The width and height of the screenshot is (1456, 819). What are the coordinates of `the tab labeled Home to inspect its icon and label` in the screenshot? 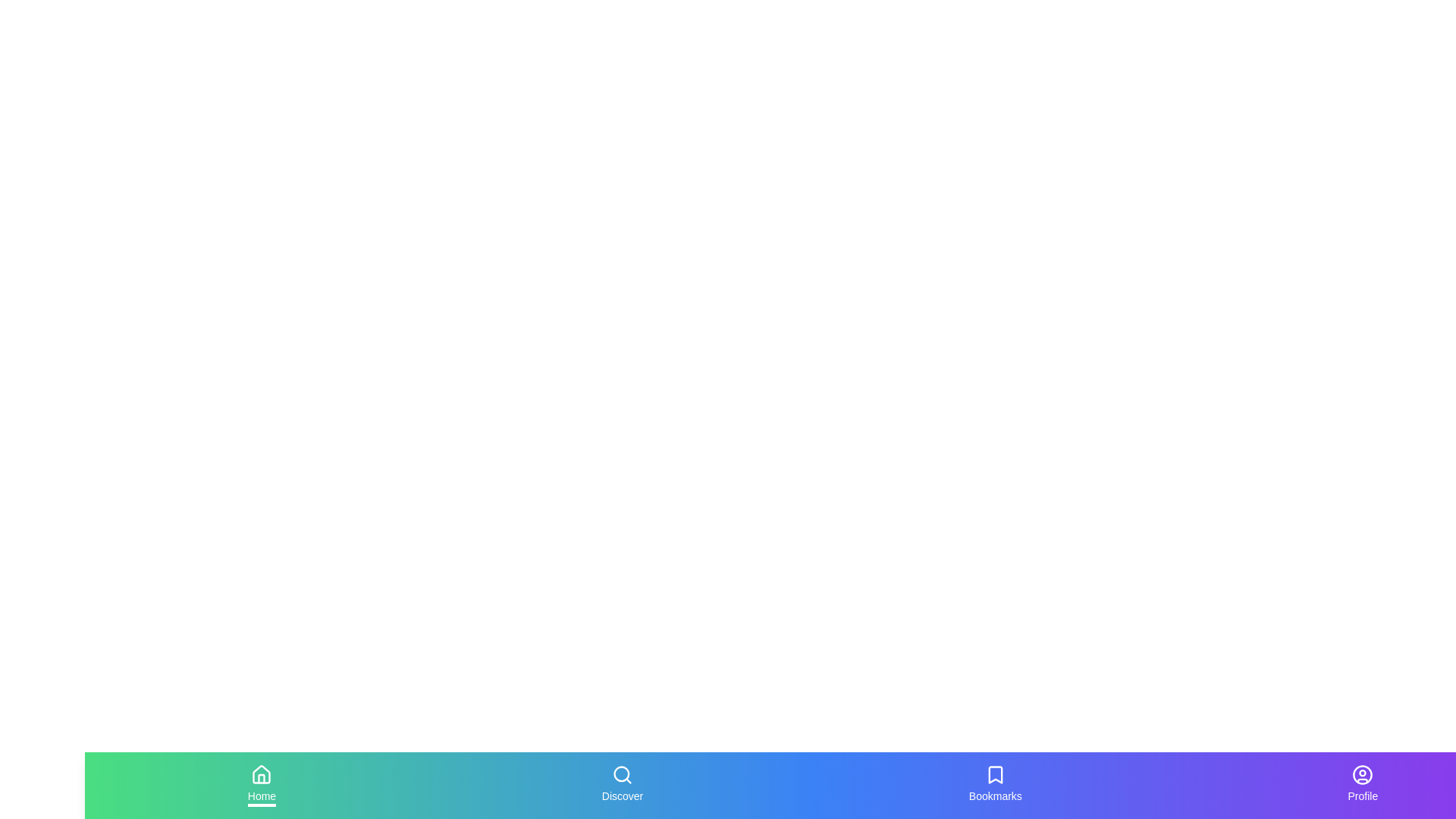 It's located at (262, 785).